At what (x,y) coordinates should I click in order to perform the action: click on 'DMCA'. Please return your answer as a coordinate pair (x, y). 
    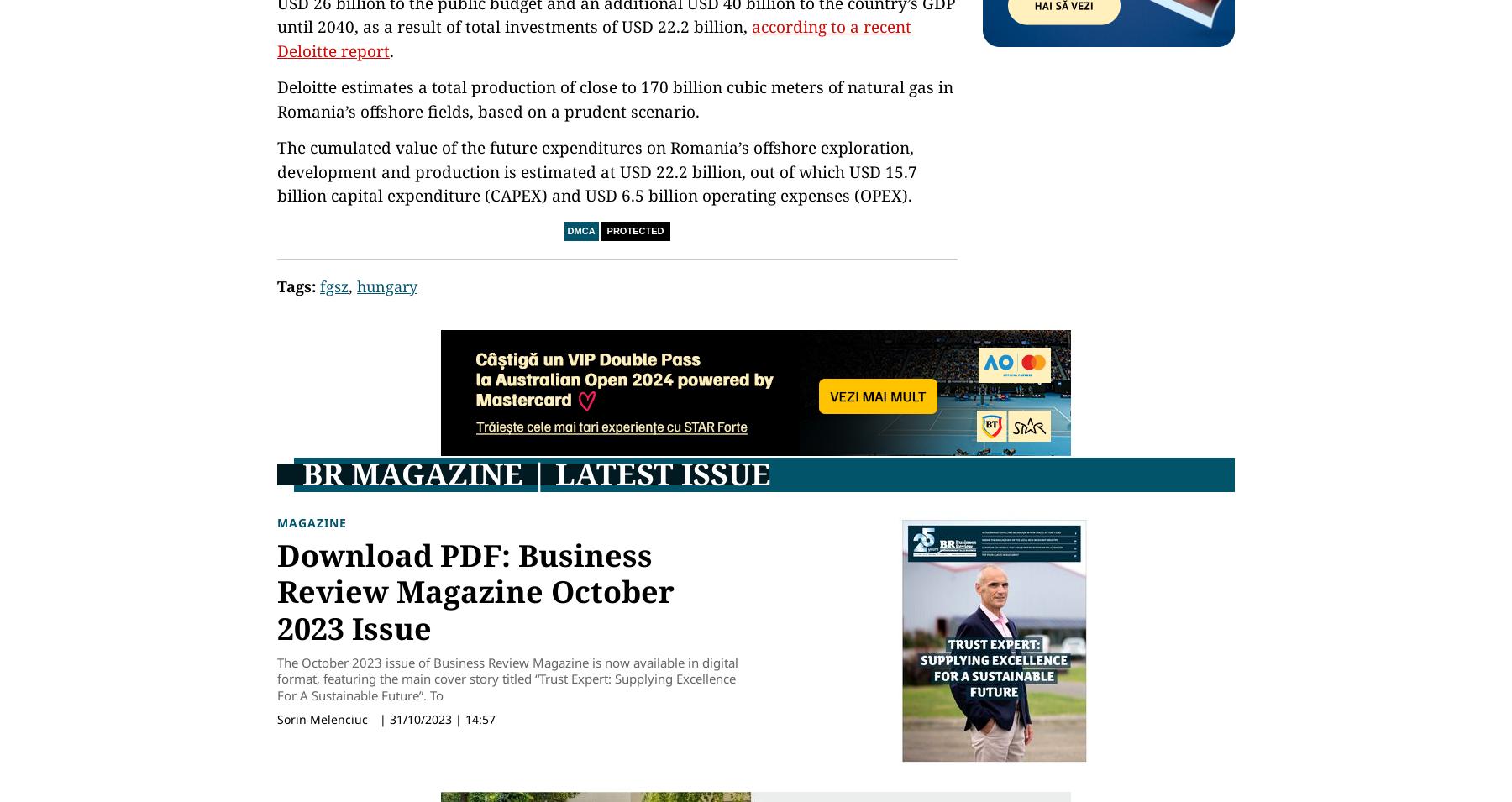
    Looking at the image, I should click on (580, 231).